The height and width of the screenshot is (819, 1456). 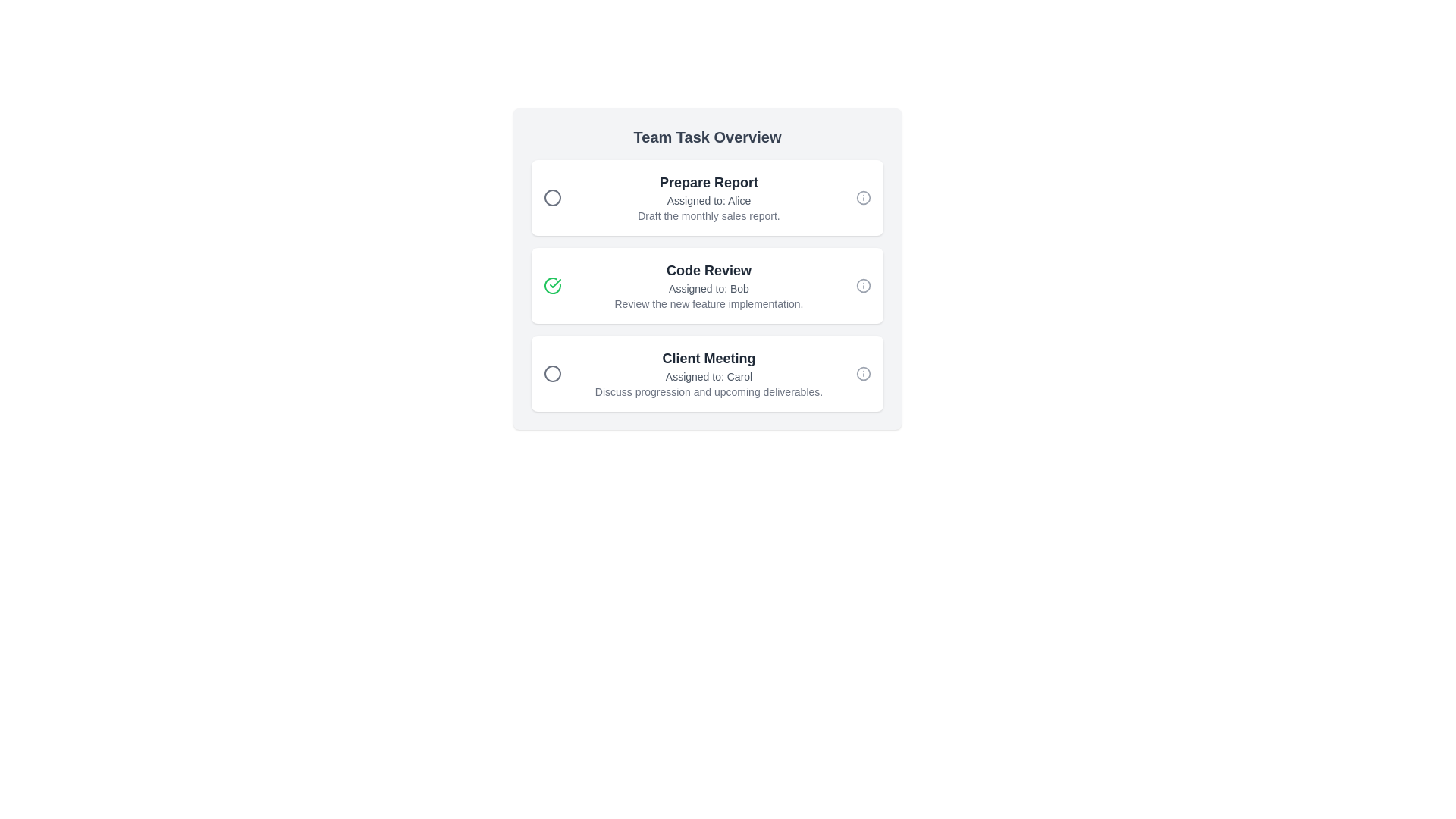 What do you see at coordinates (708, 200) in the screenshot?
I see `the text label displaying 'Assigned to: Alice' to analyze its content` at bounding box center [708, 200].